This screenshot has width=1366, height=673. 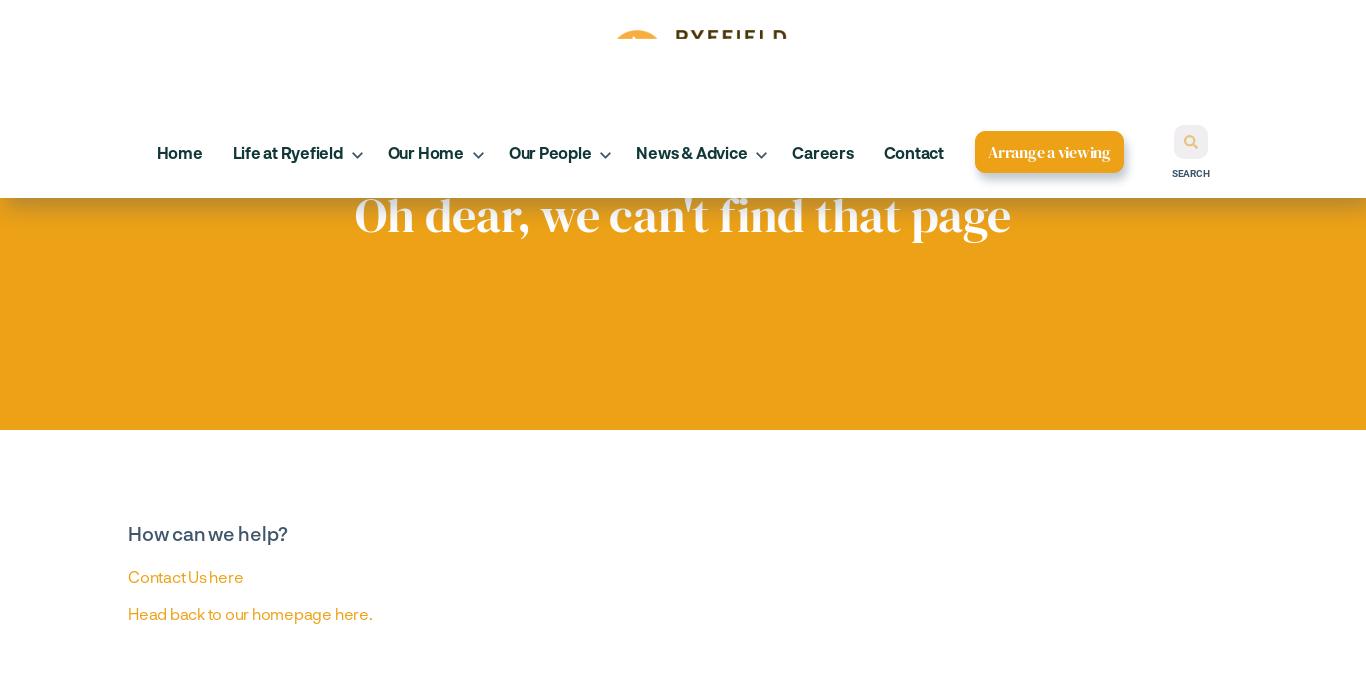 What do you see at coordinates (184, 575) in the screenshot?
I see `'Contact Us here'` at bounding box center [184, 575].